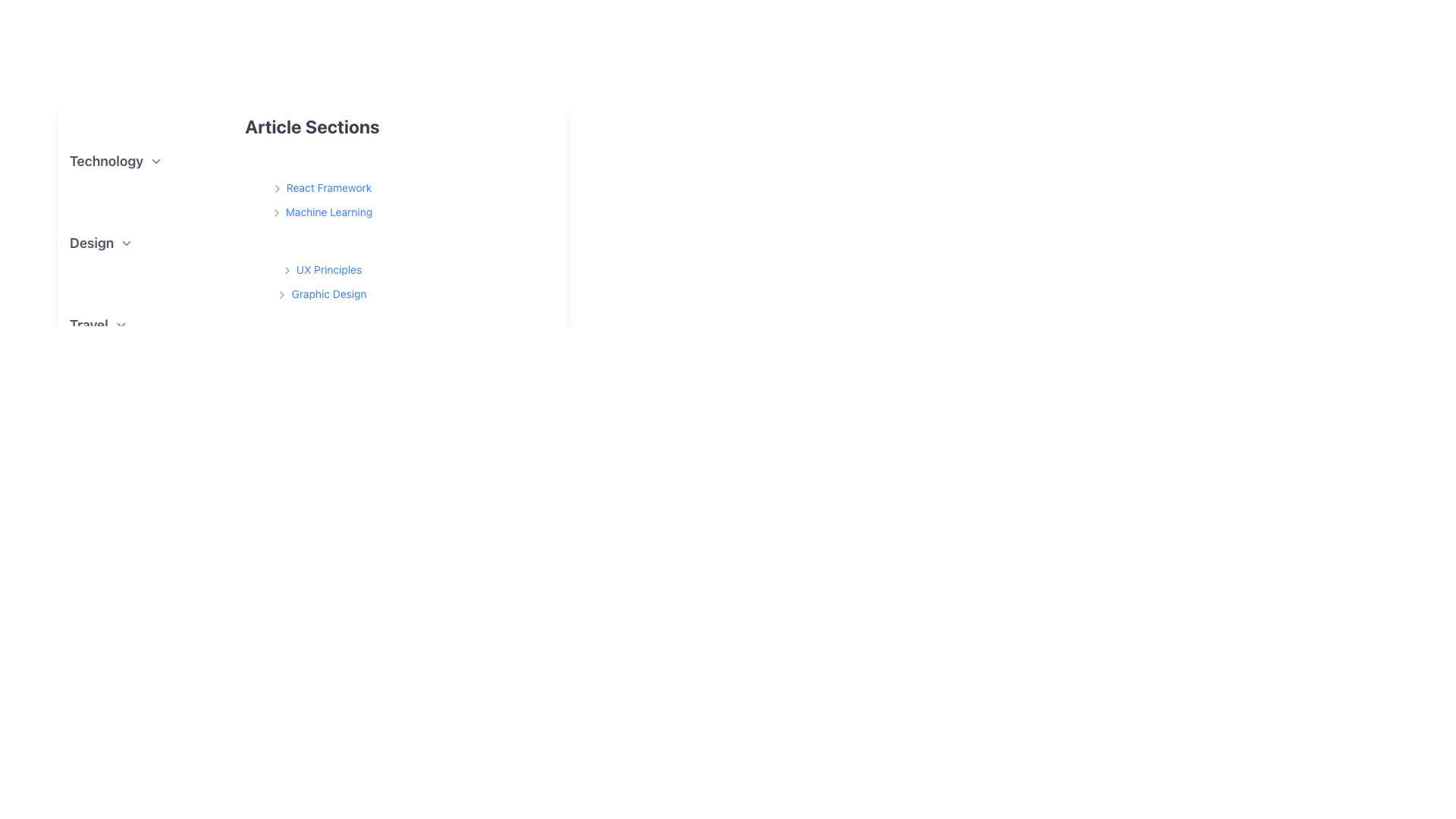  Describe the element at coordinates (312, 185) in the screenshot. I see `the Interactive List element containing the links 'React Framework' and 'Machine Learning', located under the 'Technology' section` at that location.